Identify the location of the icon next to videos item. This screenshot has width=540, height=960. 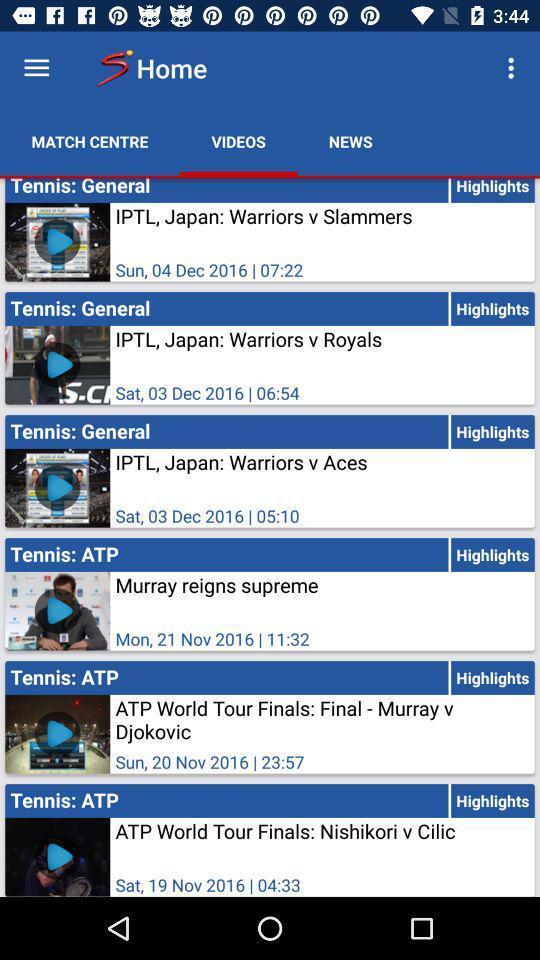
(89, 140).